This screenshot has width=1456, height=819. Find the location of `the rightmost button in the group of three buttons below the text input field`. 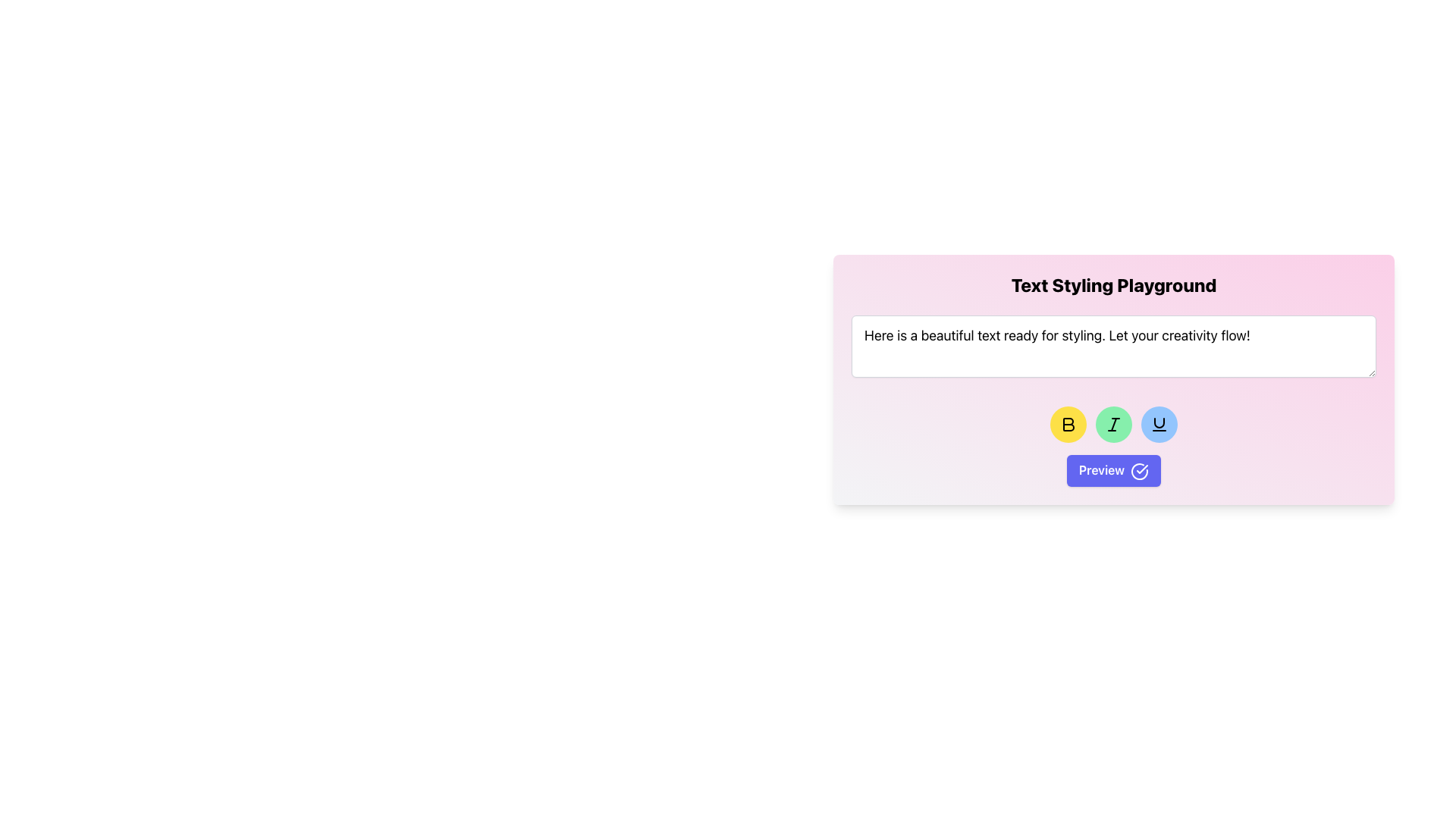

the rightmost button in the group of three buttons below the text input field is located at coordinates (1159, 424).